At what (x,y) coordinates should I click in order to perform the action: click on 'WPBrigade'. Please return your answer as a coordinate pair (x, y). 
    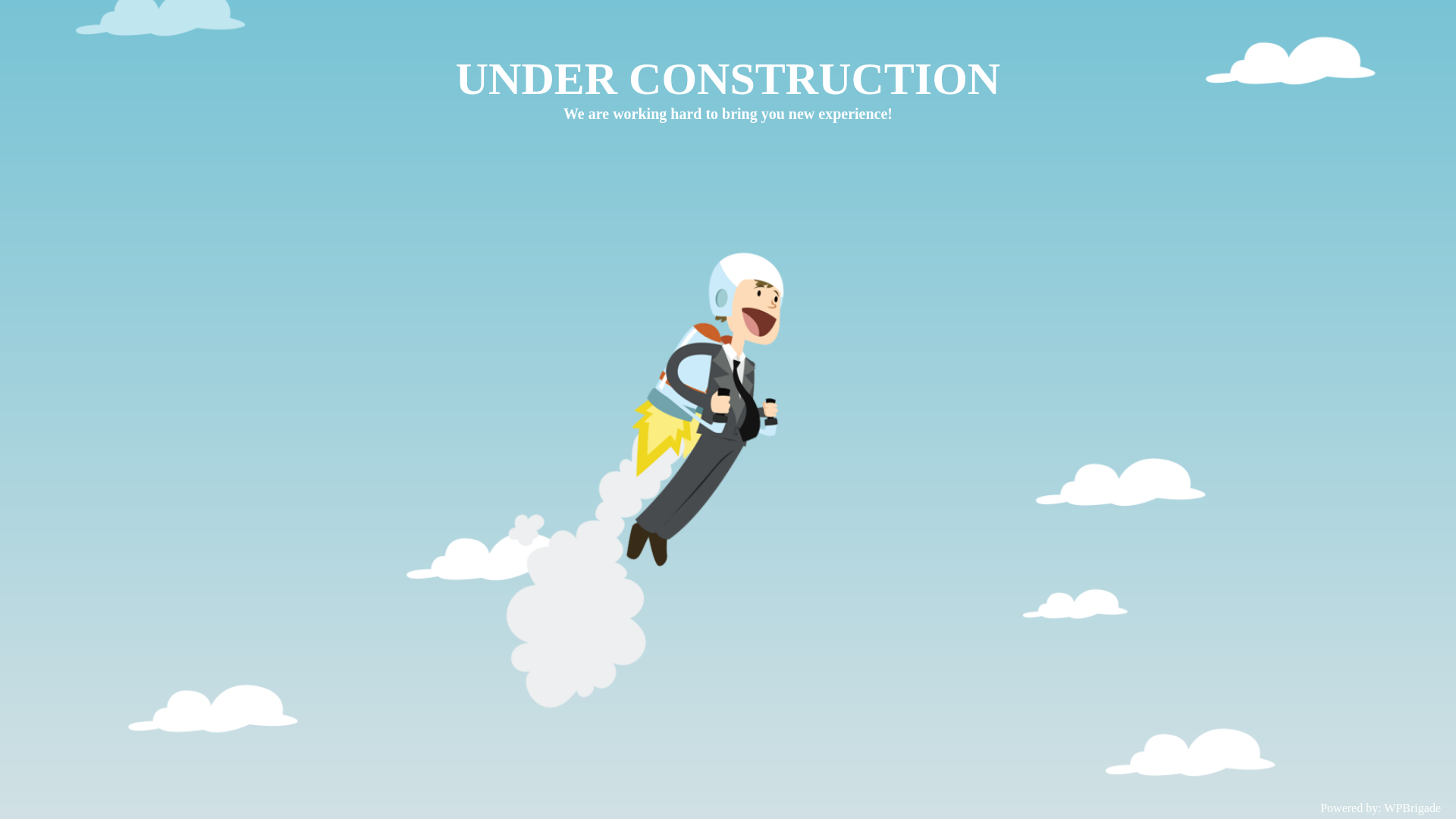
    Looking at the image, I should click on (1411, 807).